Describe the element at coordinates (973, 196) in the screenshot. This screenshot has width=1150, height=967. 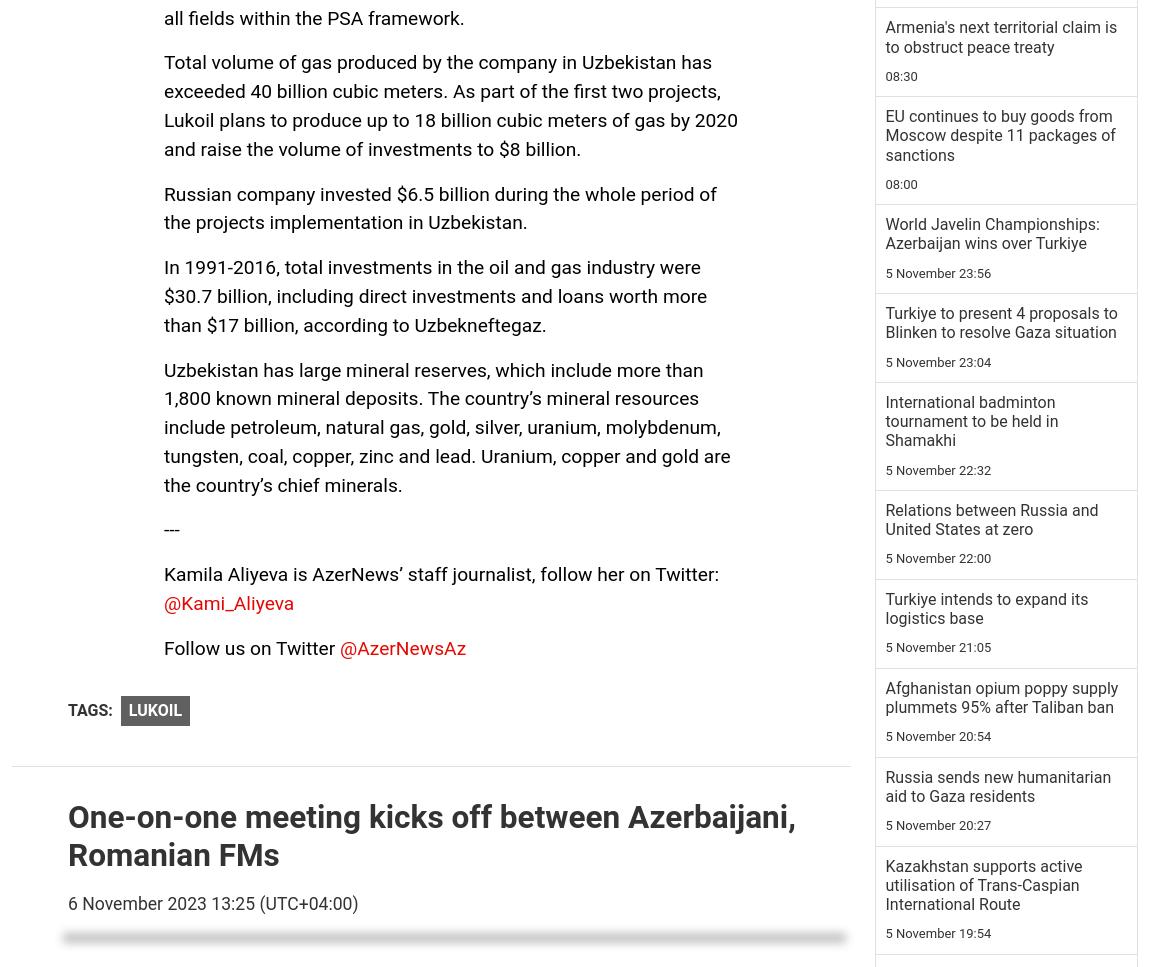
I see `'Azerbaijani karate fighter becomes five-time world champion'` at that location.